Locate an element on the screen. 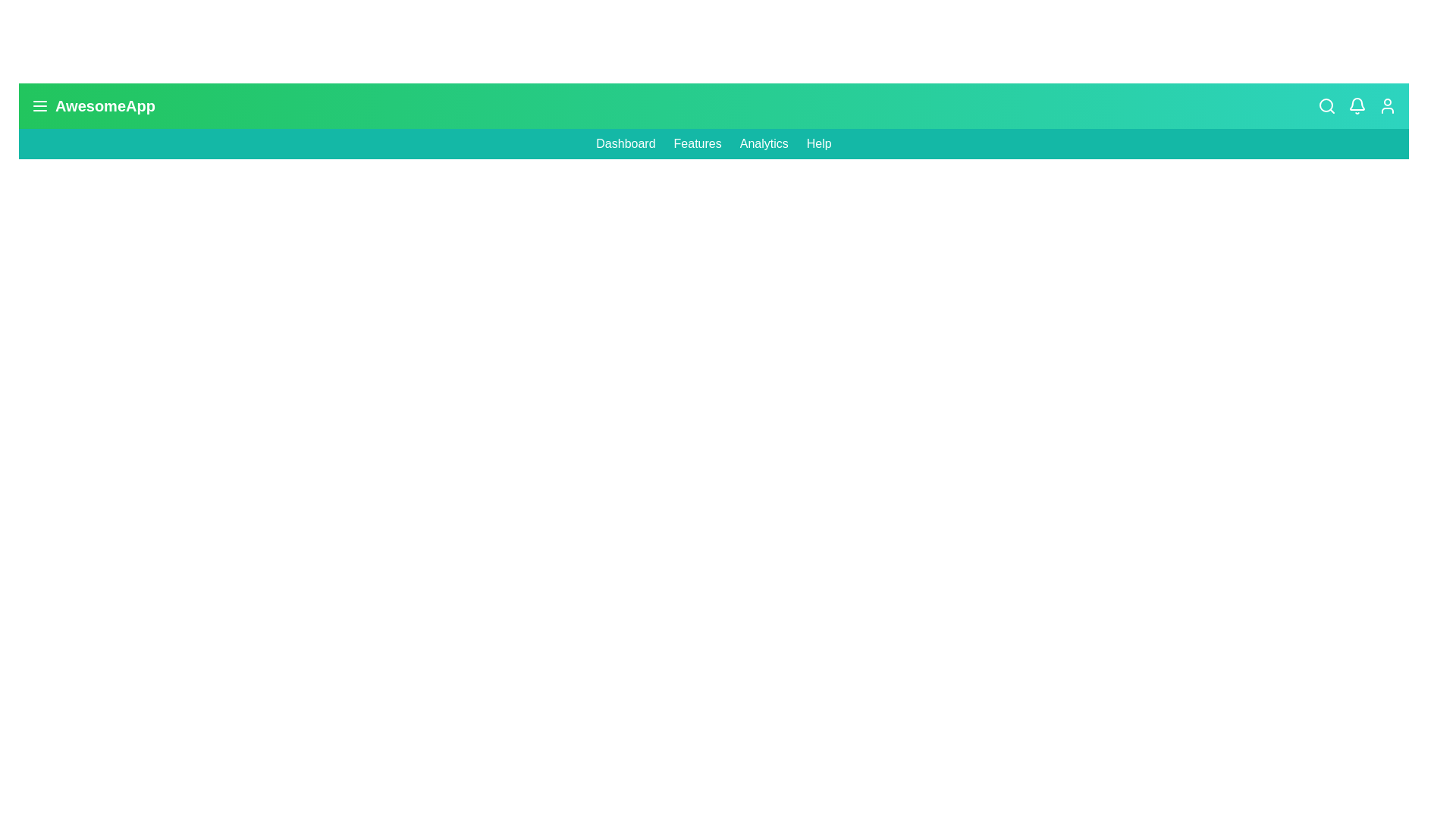 This screenshot has width=1456, height=819. the 'Help' link in the navigation bar is located at coordinates (818, 143).